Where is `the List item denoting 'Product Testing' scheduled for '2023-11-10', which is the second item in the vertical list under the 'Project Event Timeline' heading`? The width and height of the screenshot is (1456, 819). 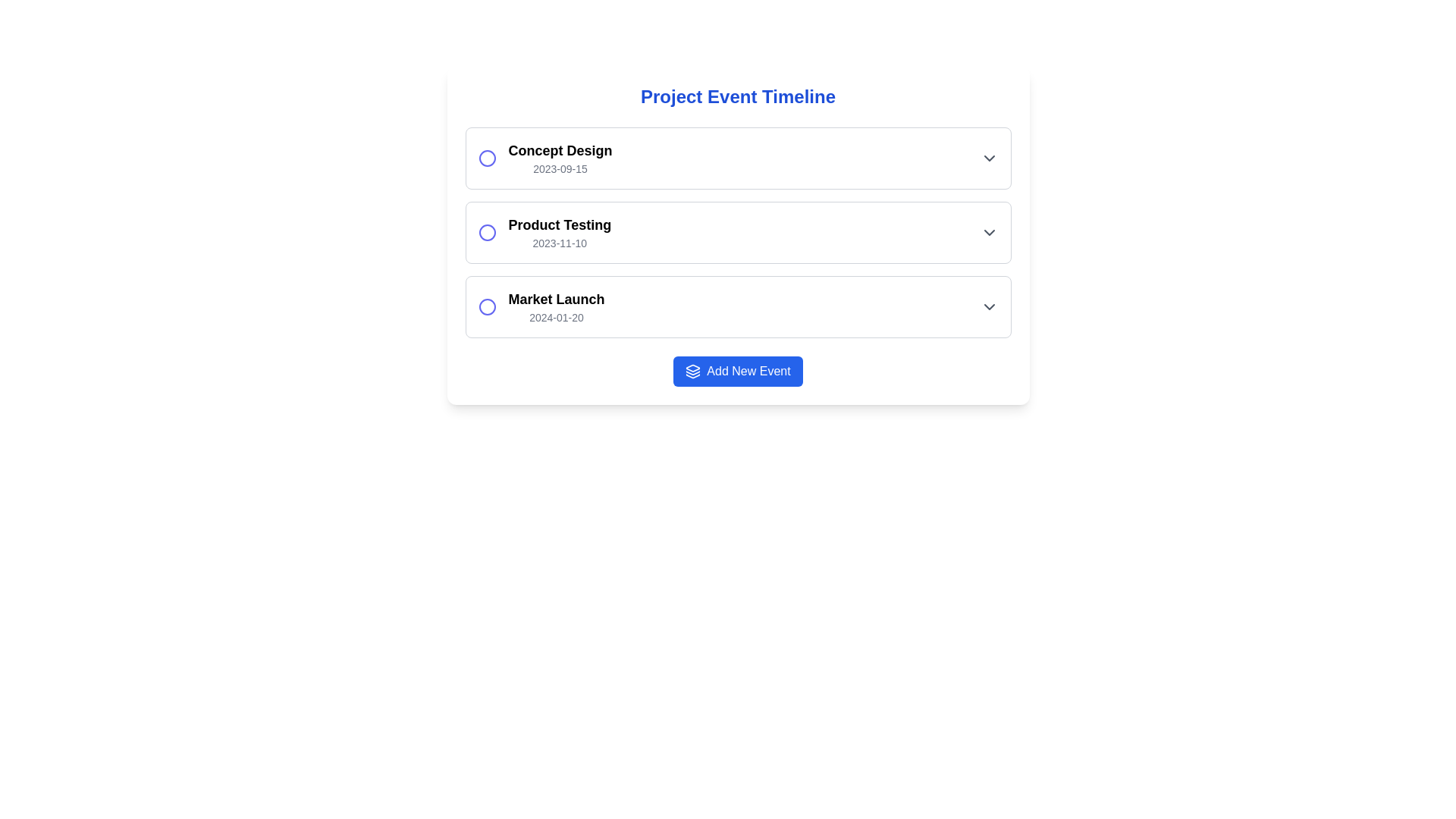 the List item denoting 'Product Testing' scheduled for '2023-11-10', which is the second item in the vertical list under the 'Project Event Timeline' heading is located at coordinates (544, 233).